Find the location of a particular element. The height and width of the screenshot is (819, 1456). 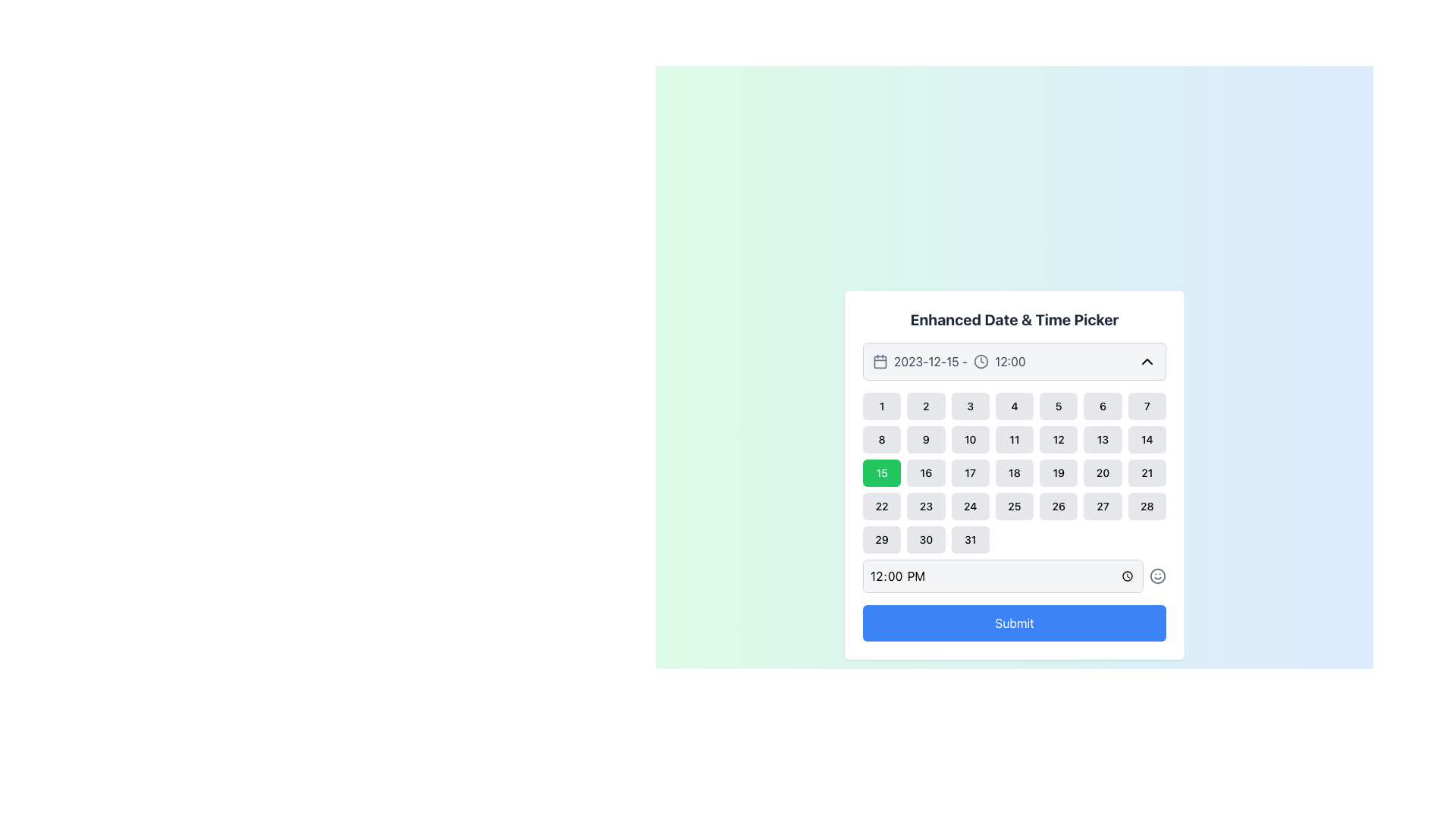

the green button displaying the number '15' is located at coordinates (882, 472).